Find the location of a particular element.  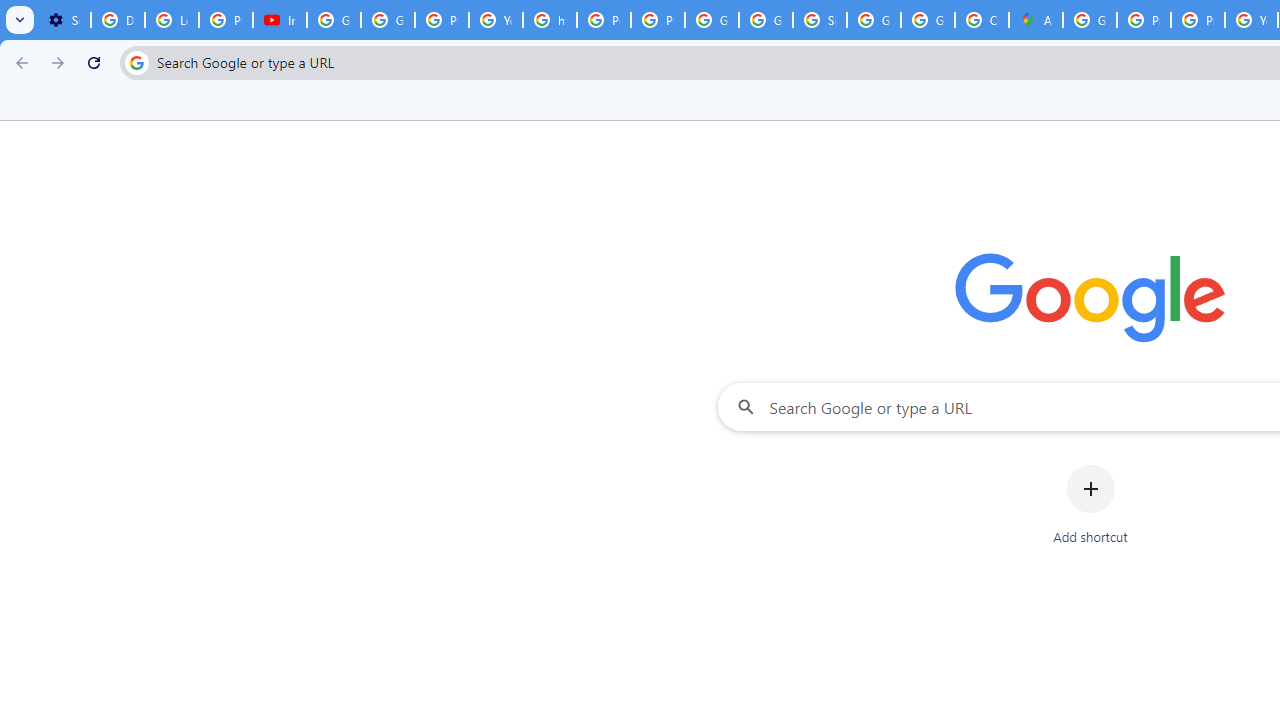

'Add shortcut' is located at coordinates (1089, 504).